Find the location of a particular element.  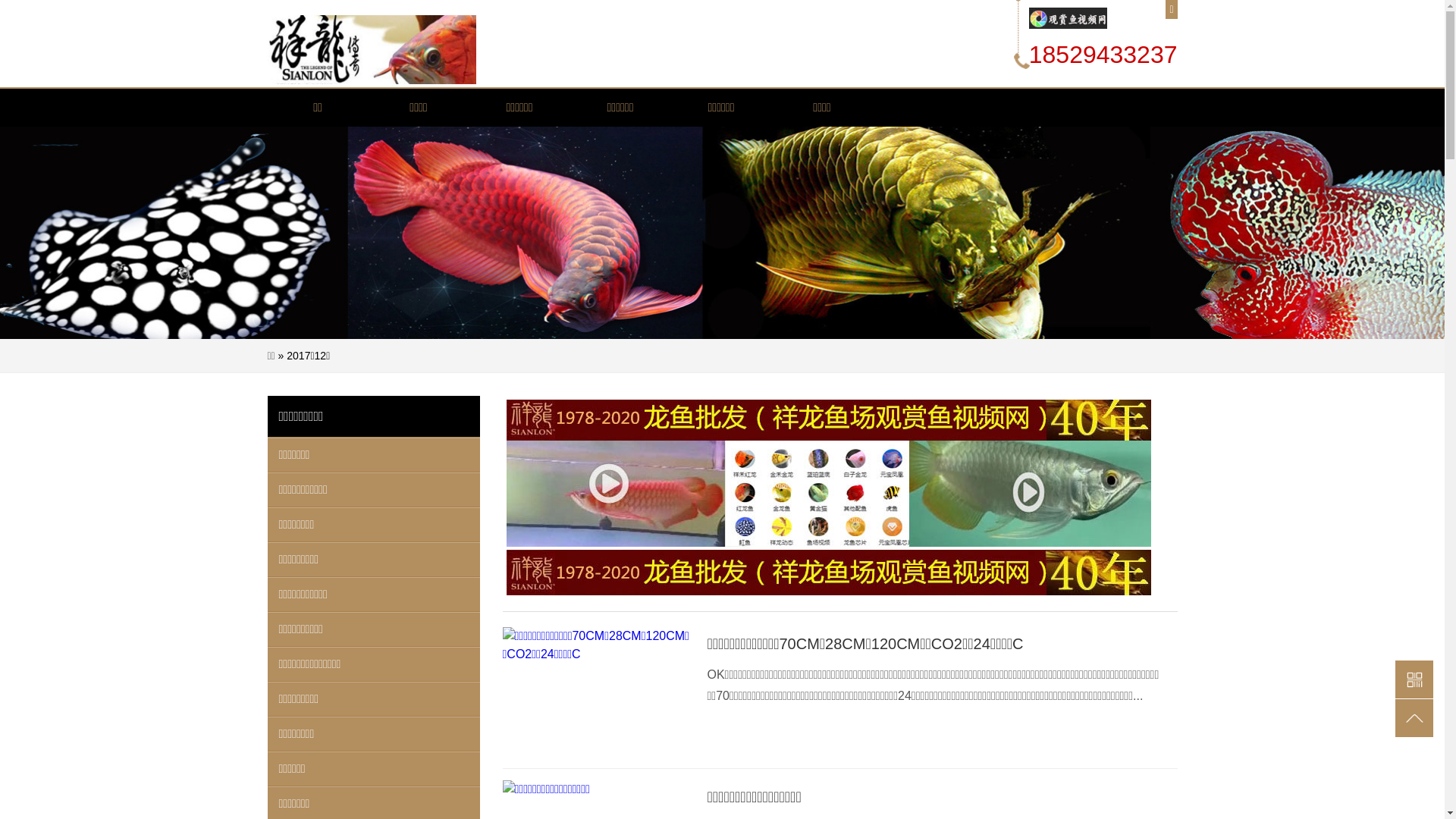

'18529433237' is located at coordinates (1103, 54).